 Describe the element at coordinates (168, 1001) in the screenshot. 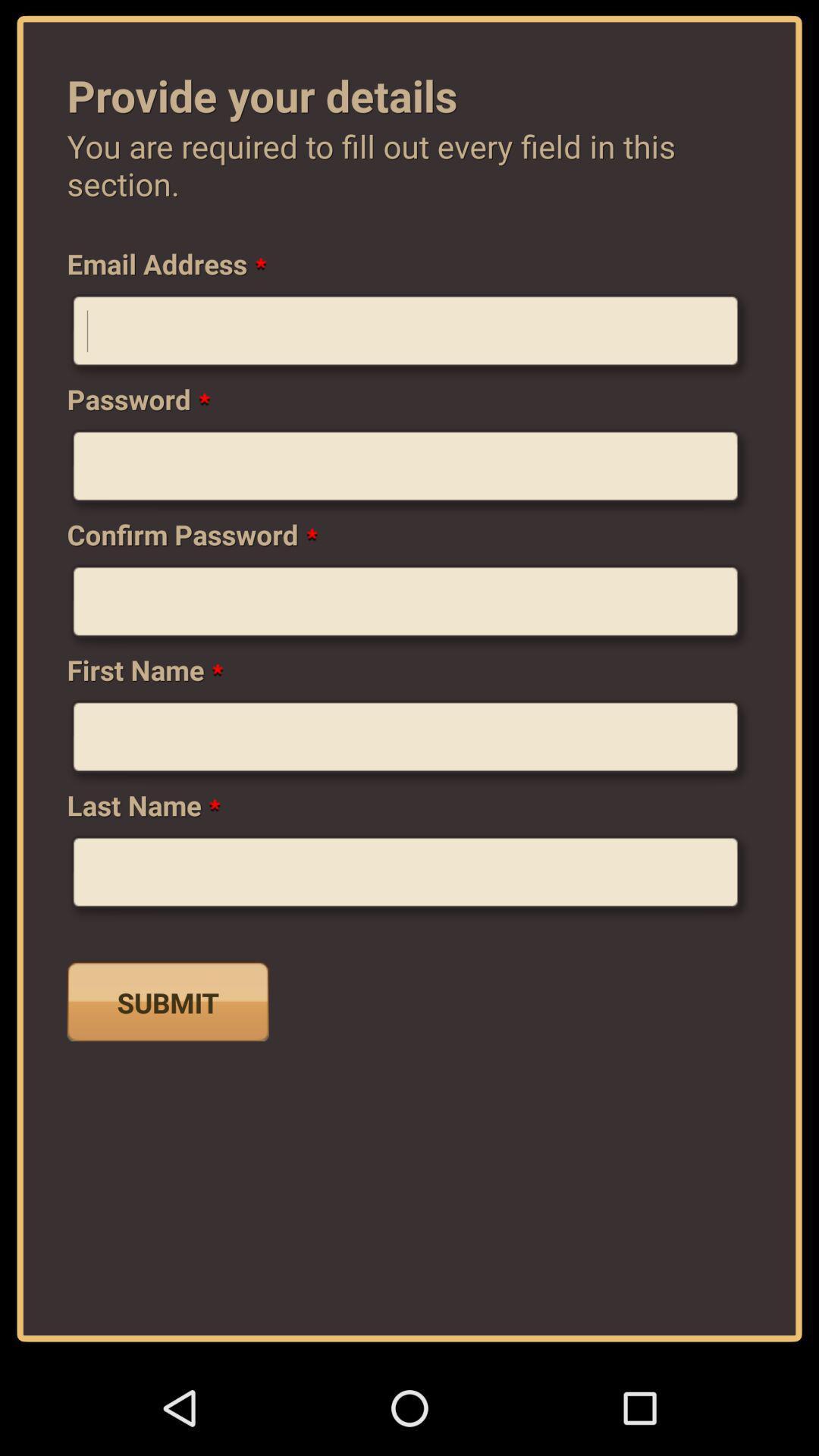

I see `submit item` at that location.